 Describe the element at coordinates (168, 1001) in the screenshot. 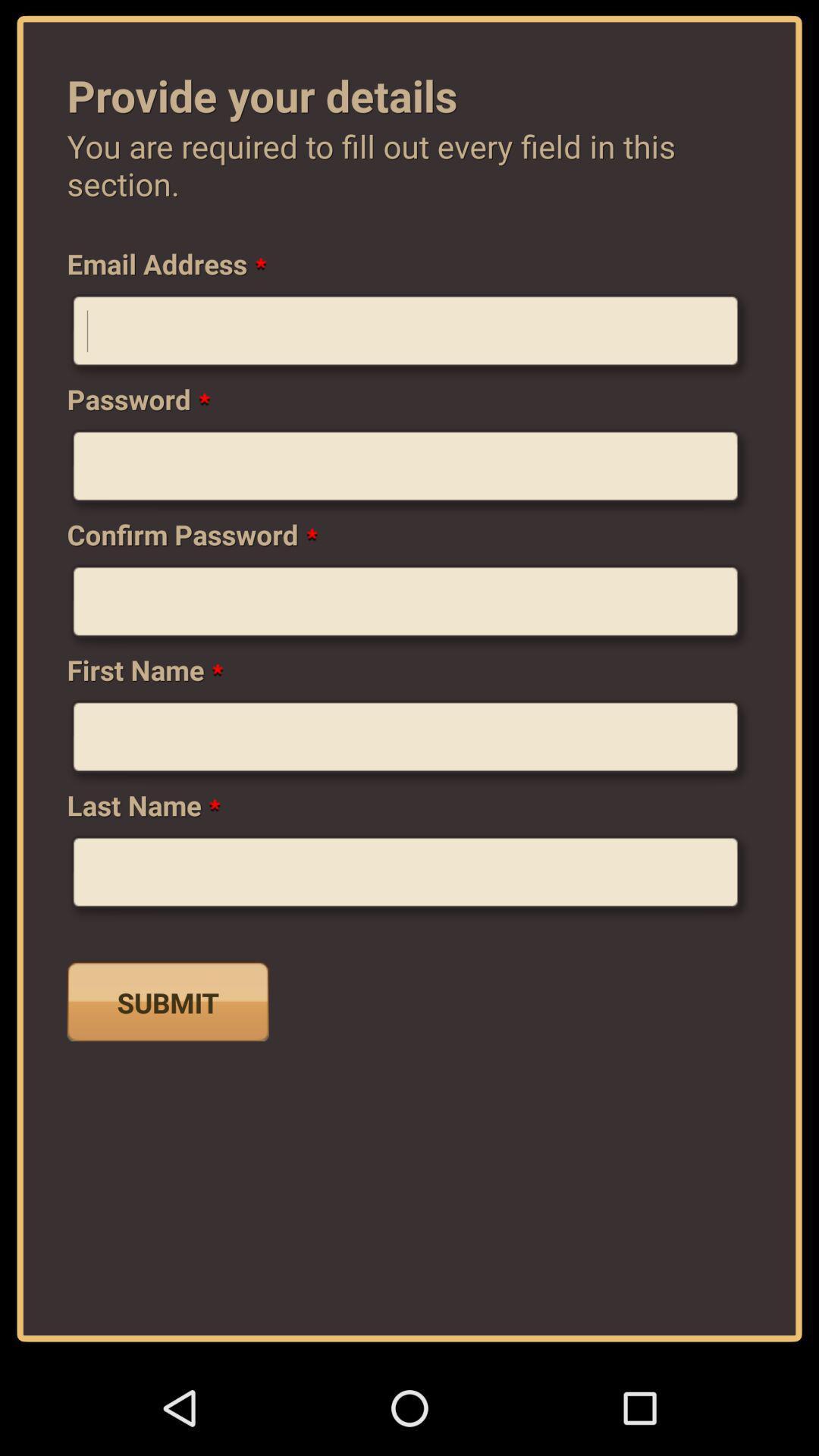

I see `submit item` at that location.